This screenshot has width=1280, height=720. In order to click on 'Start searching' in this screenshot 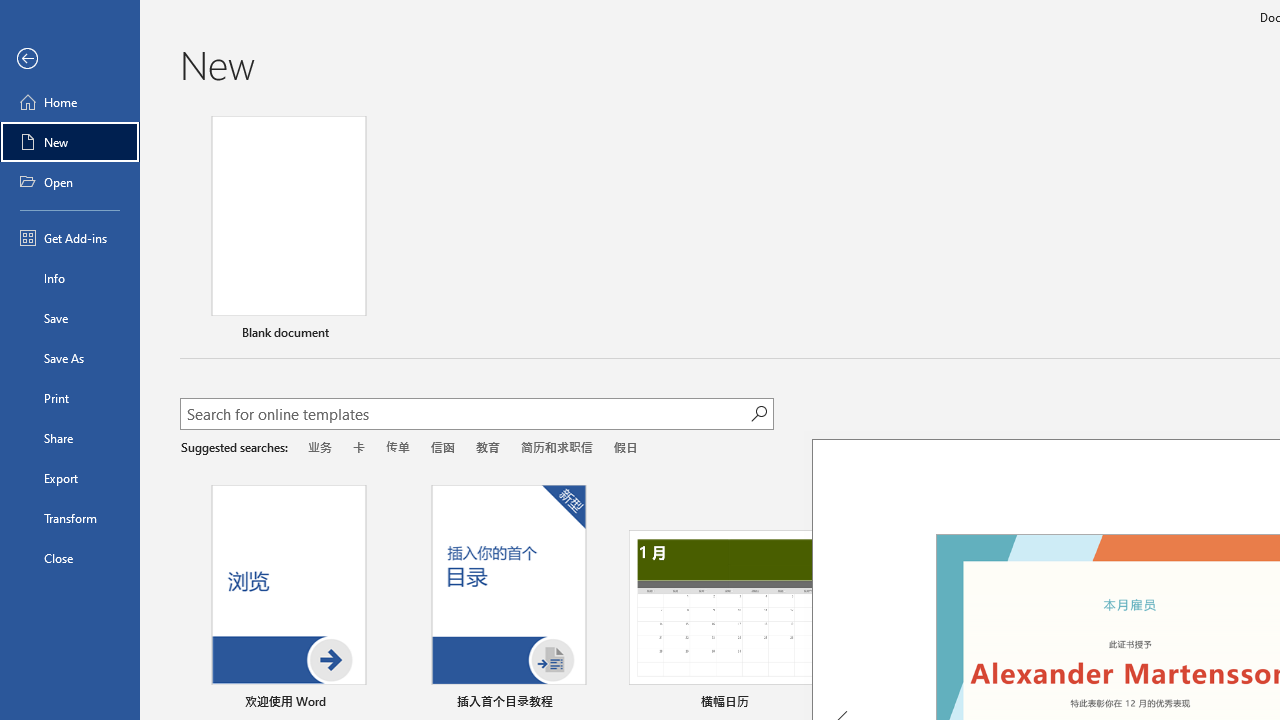, I will do `click(758, 412)`.